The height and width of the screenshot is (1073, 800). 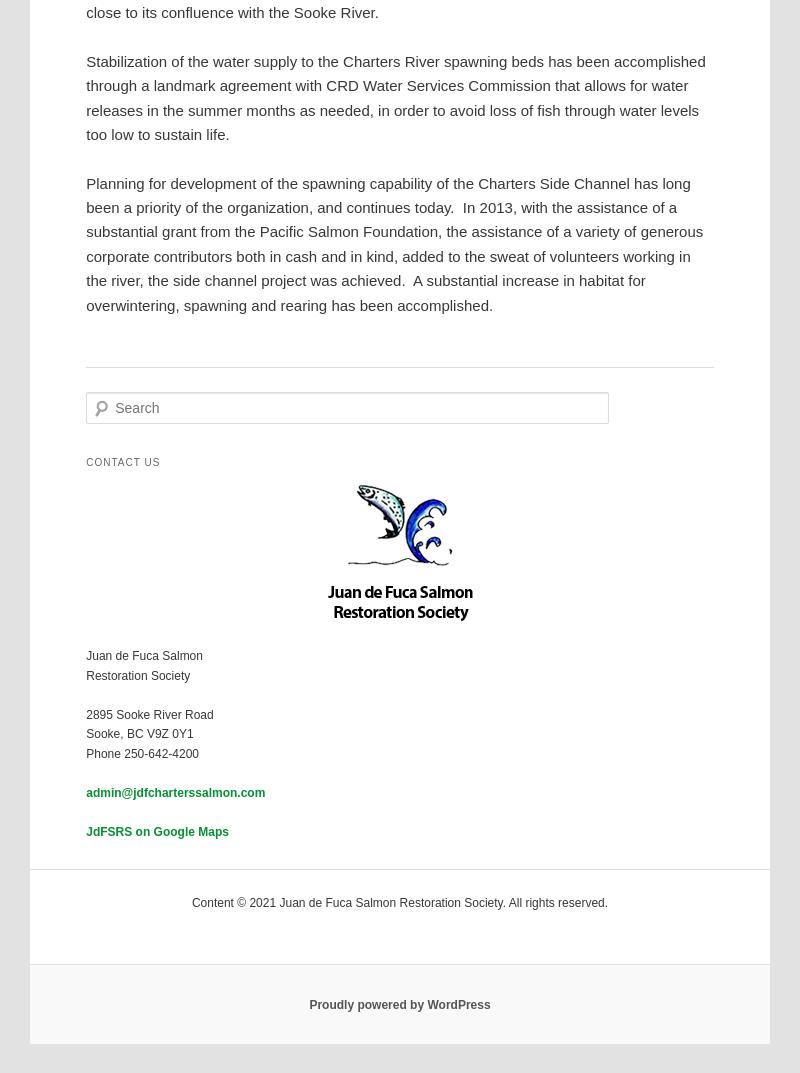 I want to click on 'Stabilization of the water supply to the Charters River spawning beds has been accomplished through a landmark agreement with CRD Water Services Commission that allows for water releases in the summer months as needed, in order to avoid loss of fish through water levels too low to sustain life.', so click(x=86, y=96).